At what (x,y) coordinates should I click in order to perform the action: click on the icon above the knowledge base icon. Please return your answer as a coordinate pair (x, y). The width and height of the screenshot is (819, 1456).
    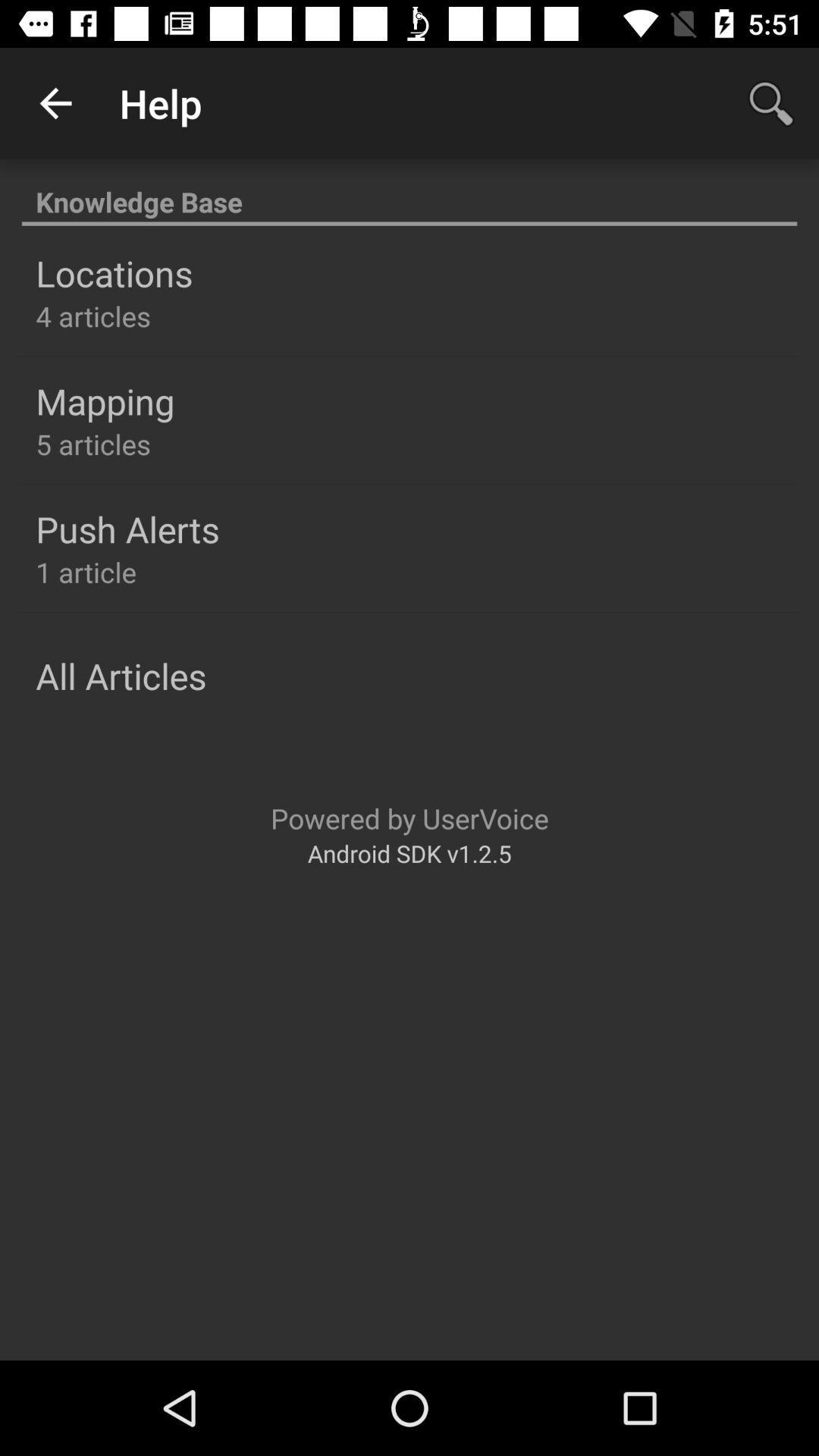
    Looking at the image, I should click on (55, 102).